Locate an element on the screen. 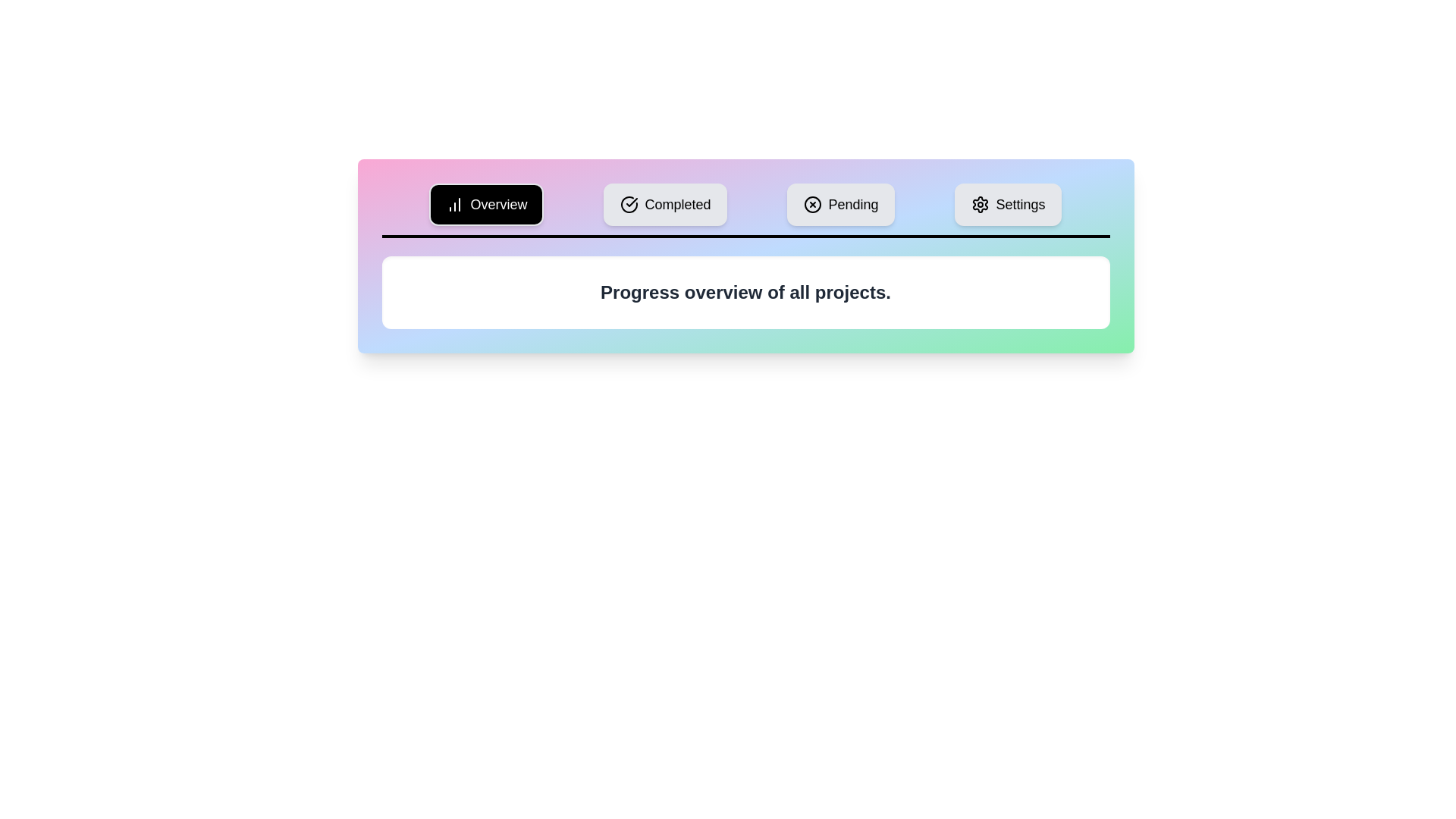 The image size is (1456, 819). the tab labeled Settings is located at coordinates (1008, 205).